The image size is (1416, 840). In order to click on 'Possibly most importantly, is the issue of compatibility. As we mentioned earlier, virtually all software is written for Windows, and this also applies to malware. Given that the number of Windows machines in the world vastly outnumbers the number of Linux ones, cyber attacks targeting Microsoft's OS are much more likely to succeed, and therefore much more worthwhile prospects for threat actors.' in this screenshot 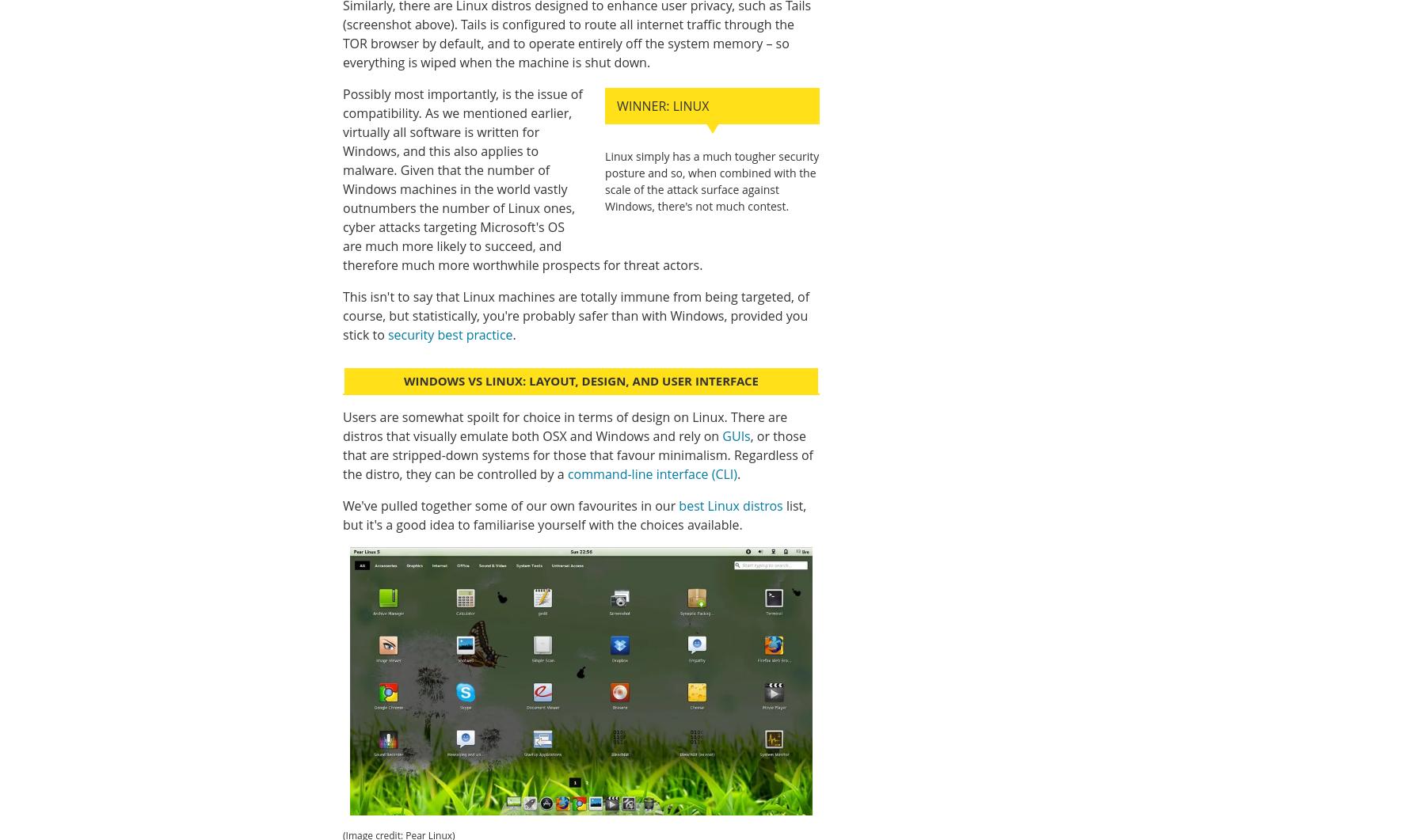, I will do `click(522, 177)`.